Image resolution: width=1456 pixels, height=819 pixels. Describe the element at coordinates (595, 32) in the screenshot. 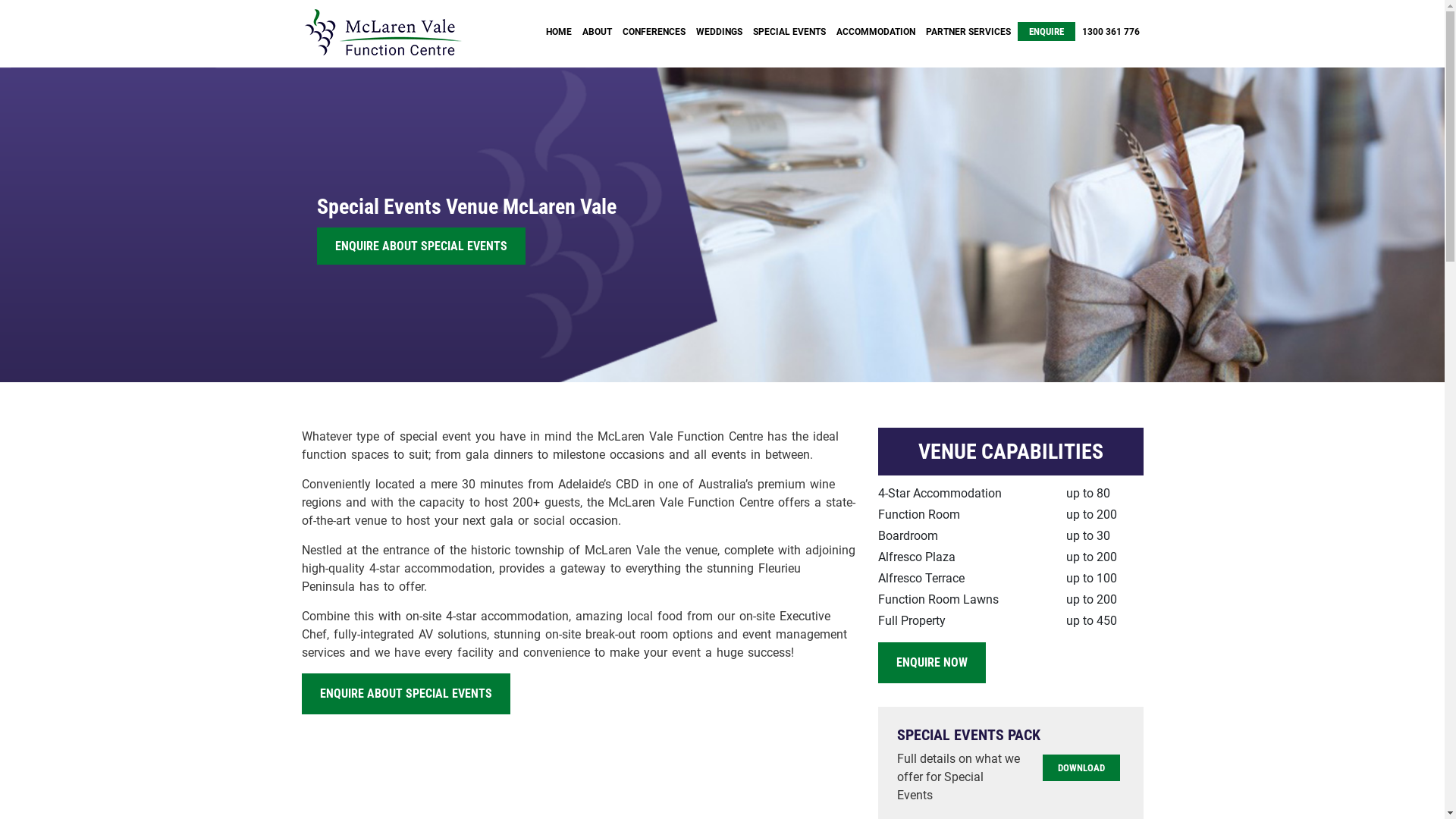

I see `'ABOUT'` at that location.